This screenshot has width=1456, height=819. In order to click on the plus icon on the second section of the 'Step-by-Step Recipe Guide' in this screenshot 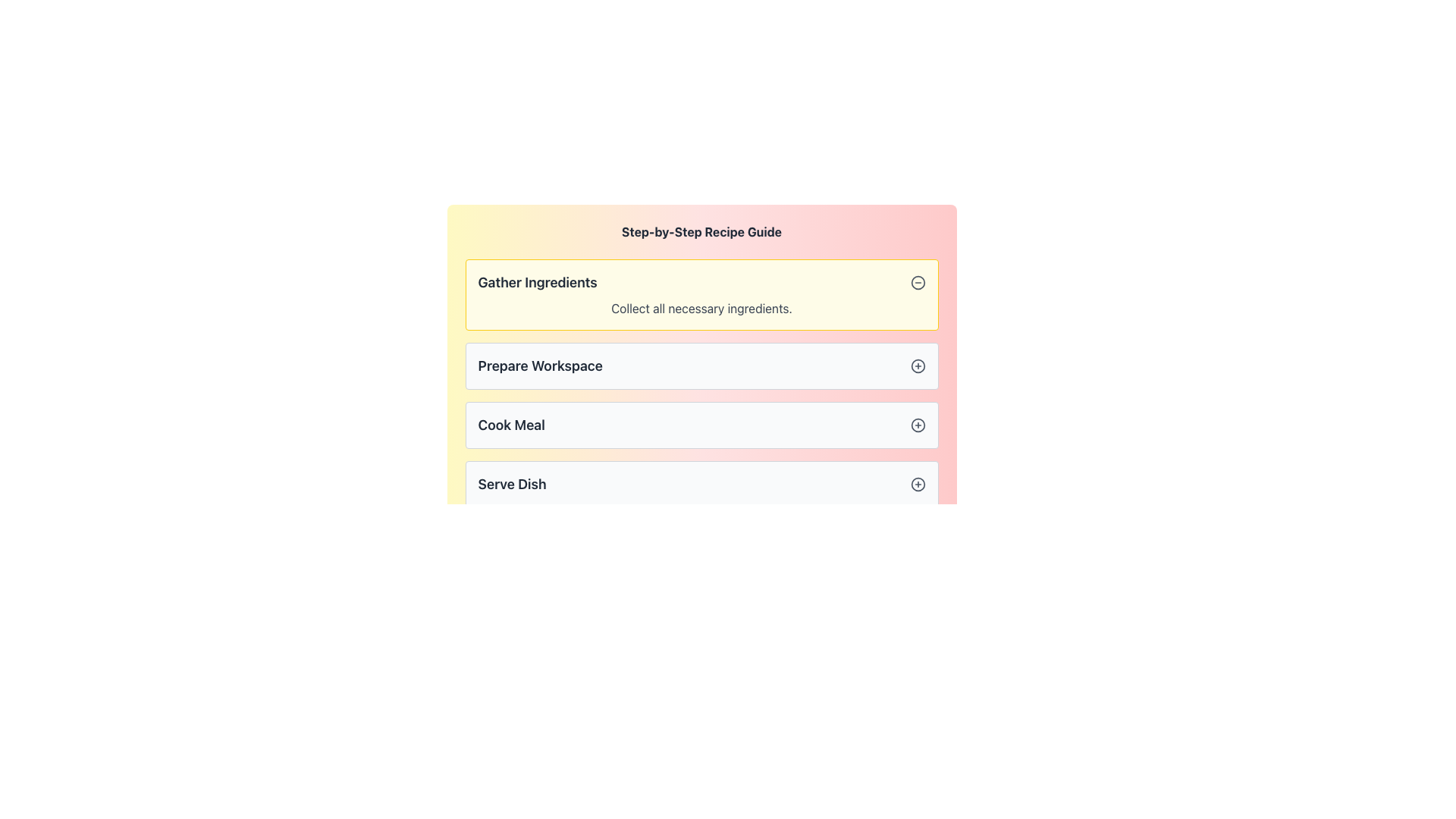, I will do `click(701, 382)`.